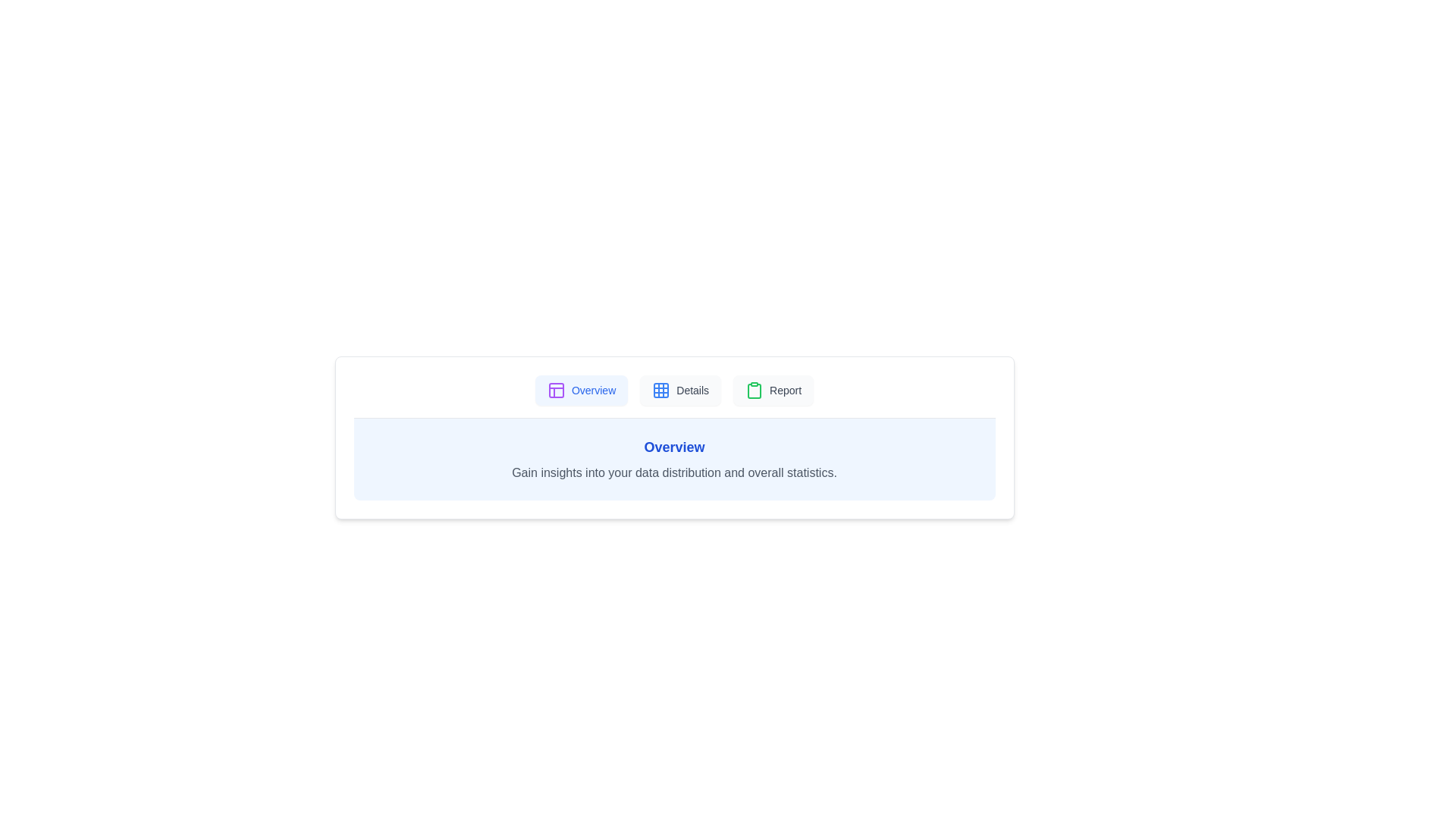  I want to click on the tab labeled Report and read its content, so click(773, 390).